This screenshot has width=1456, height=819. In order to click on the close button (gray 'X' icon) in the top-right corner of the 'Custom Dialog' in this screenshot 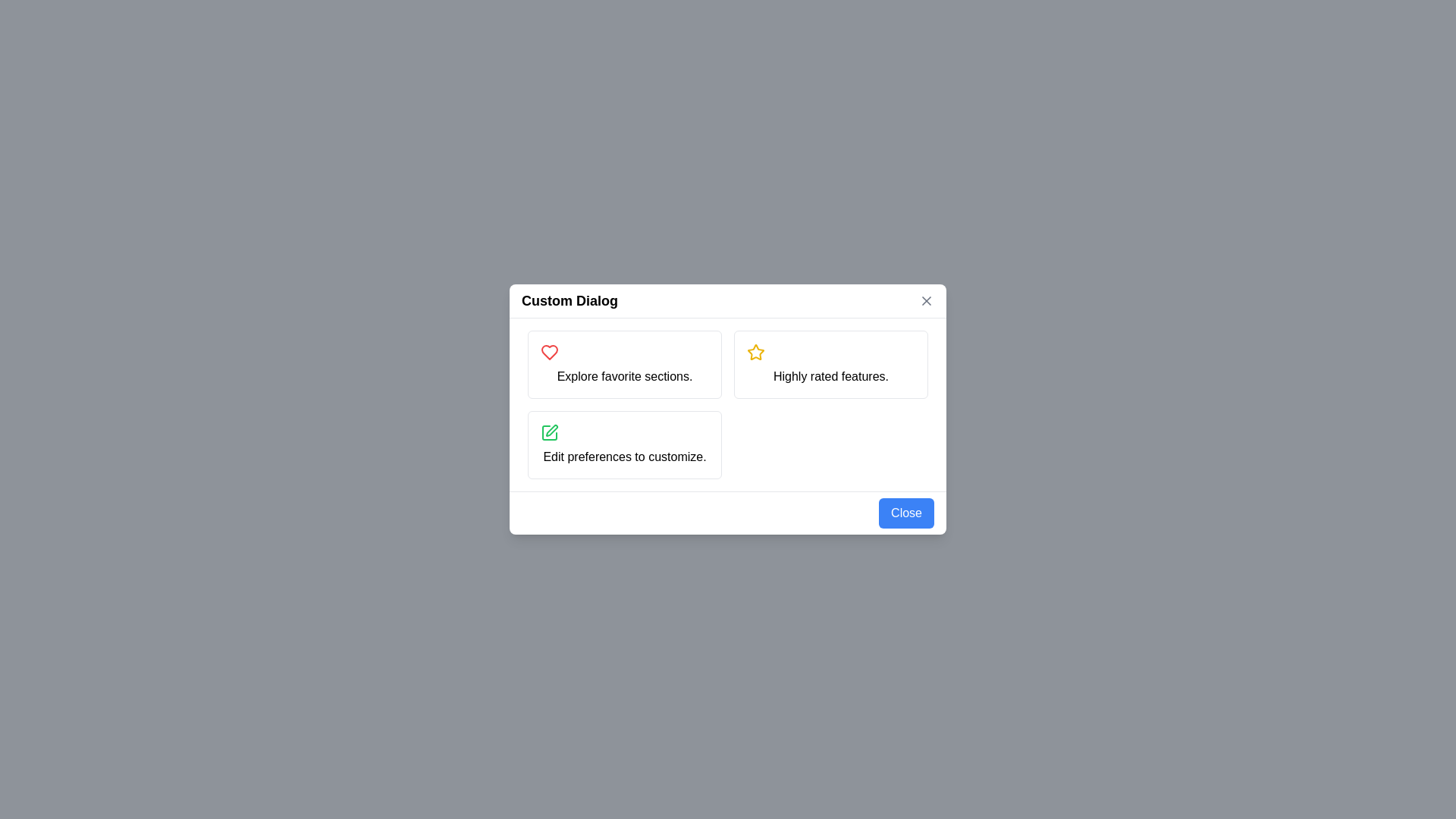, I will do `click(926, 301)`.